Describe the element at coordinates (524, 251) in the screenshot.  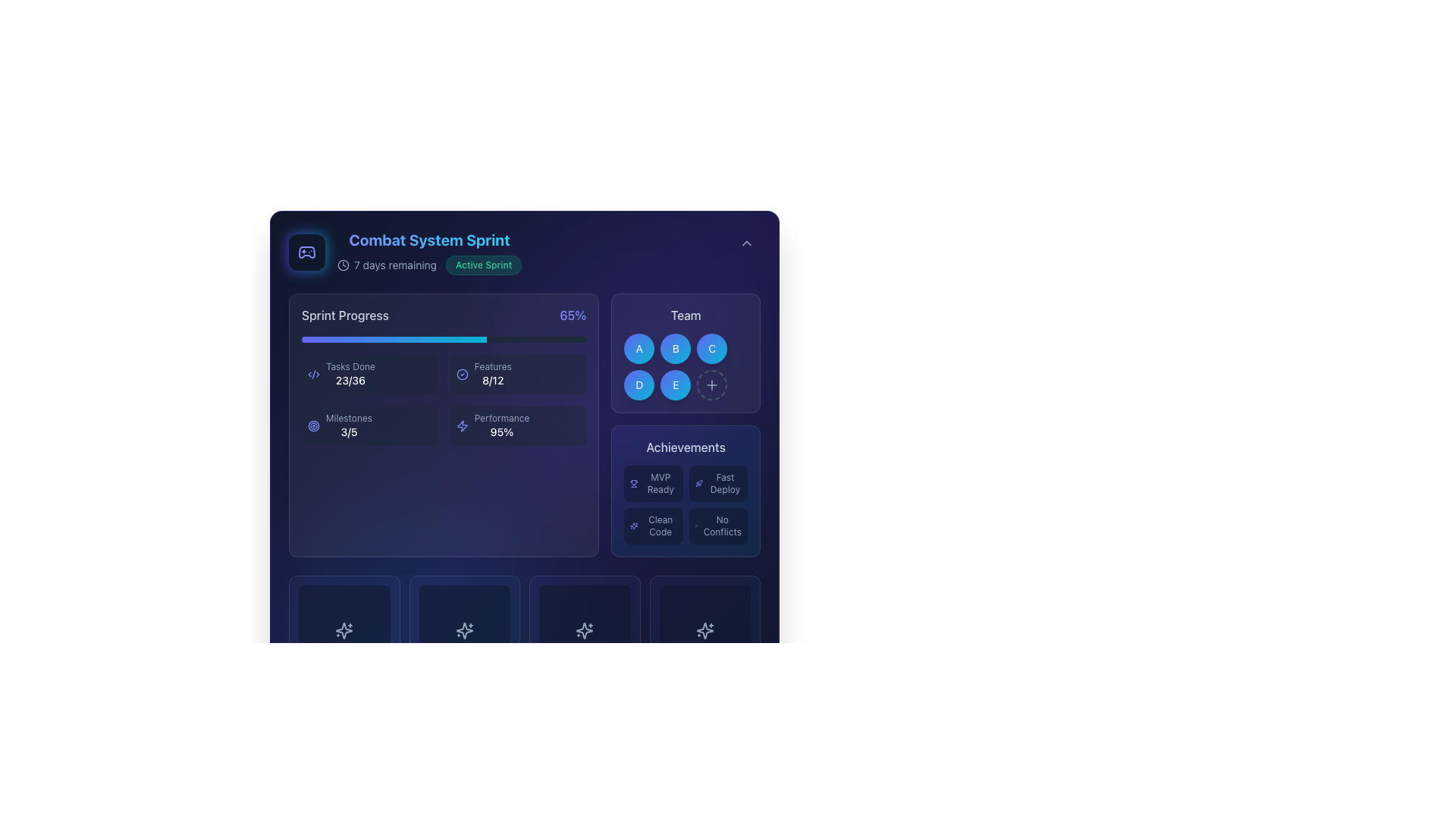
I see `the buttons associated with the 'Combat System Sprint' informational block, which includes the title and status information located at the top left of the interface` at that location.